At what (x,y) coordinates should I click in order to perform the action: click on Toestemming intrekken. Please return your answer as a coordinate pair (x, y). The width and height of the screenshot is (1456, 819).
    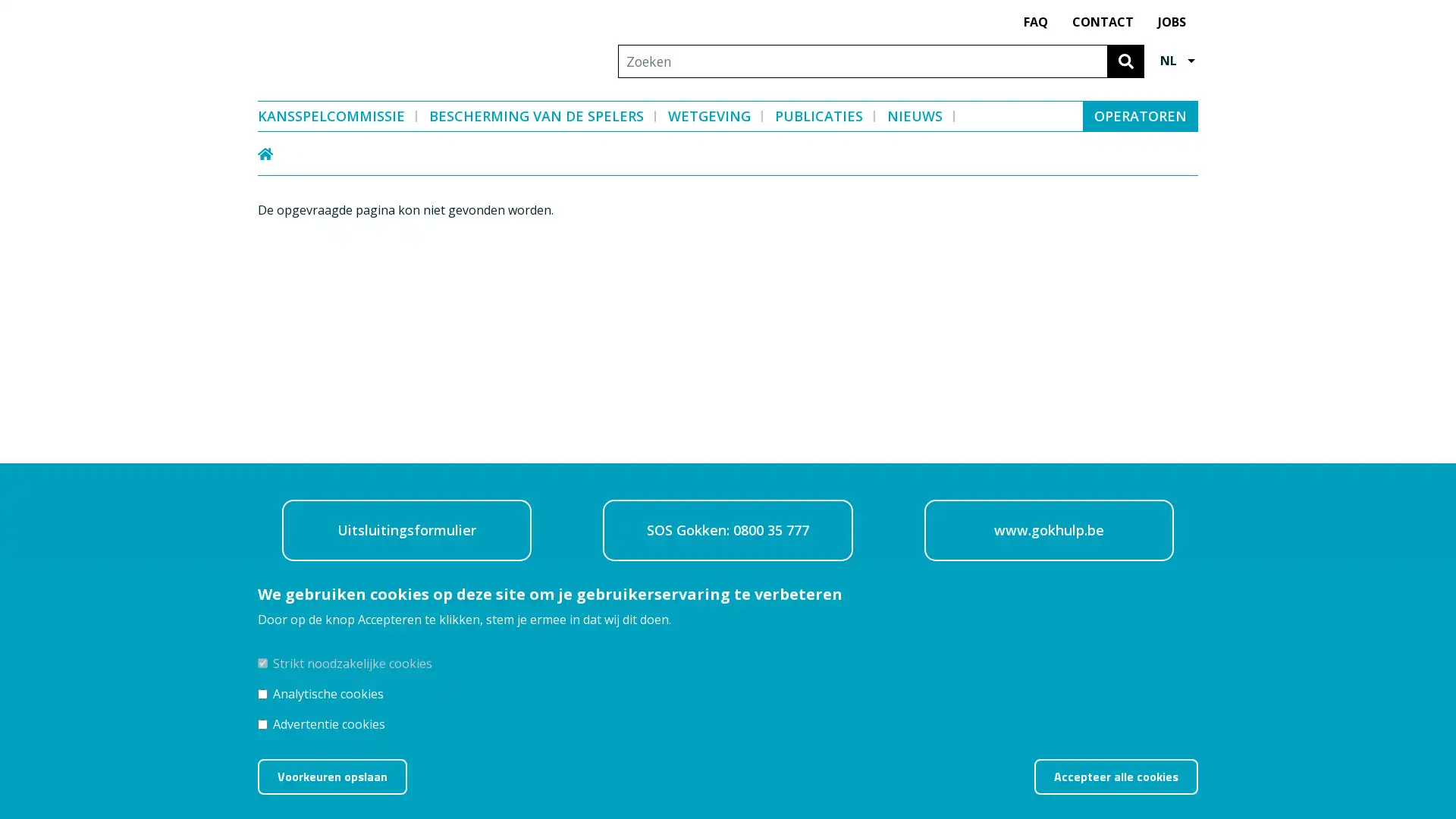
    Looking at the image, I should click on (1218, 766).